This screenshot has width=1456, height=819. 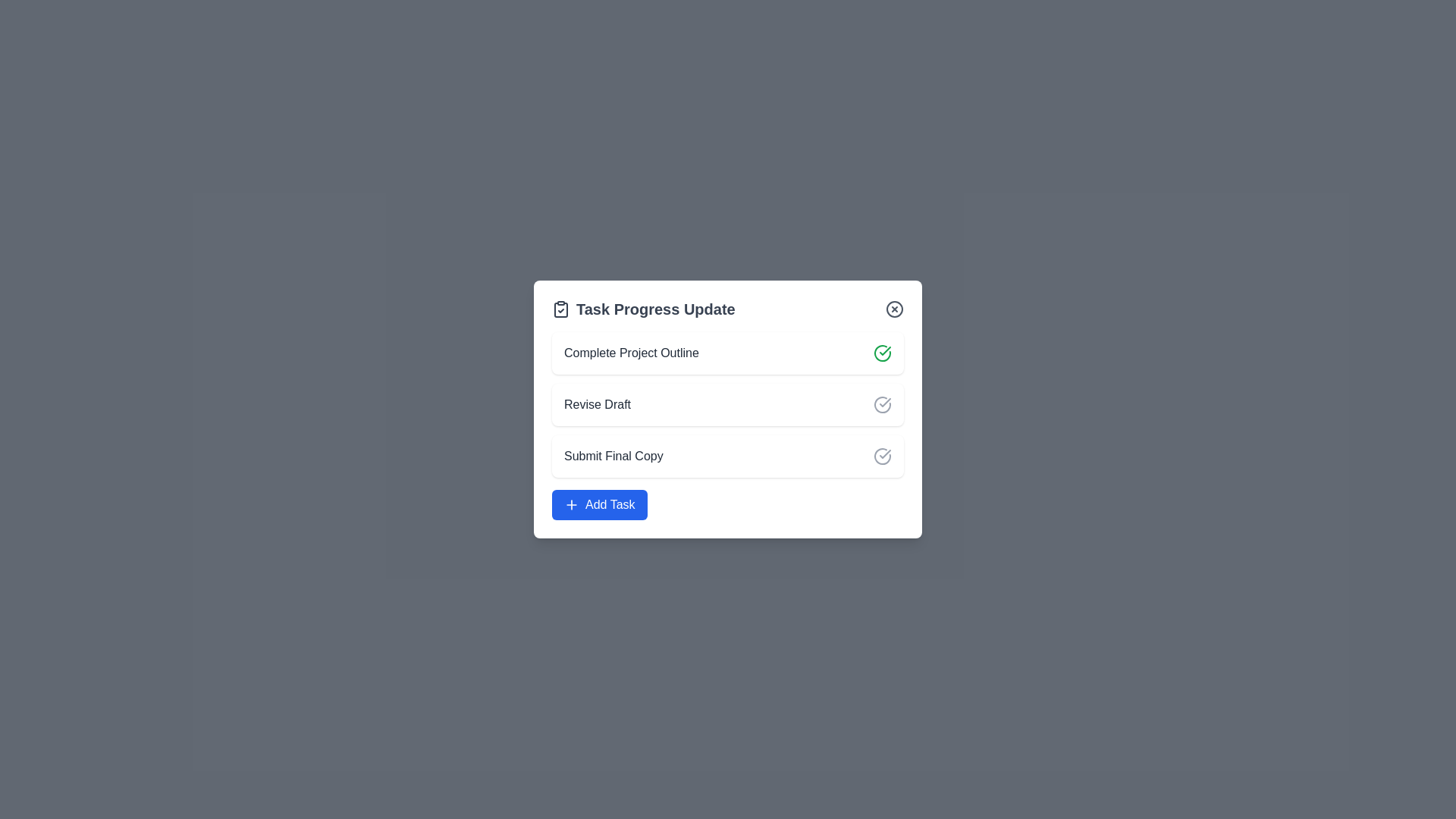 I want to click on the Close button located in the top-right corner of the 'Task Progress Update' section, so click(x=895, y=309).